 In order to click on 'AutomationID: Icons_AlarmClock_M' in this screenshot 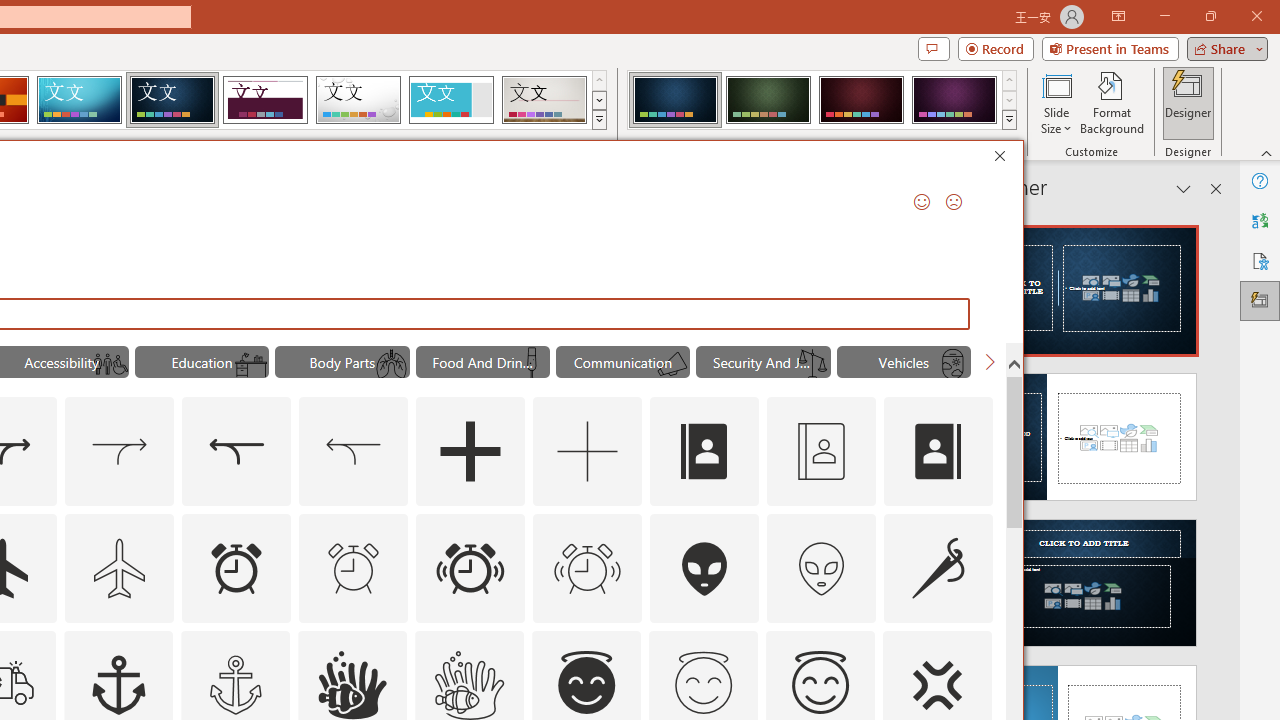, I will do `click(353, 568)`.